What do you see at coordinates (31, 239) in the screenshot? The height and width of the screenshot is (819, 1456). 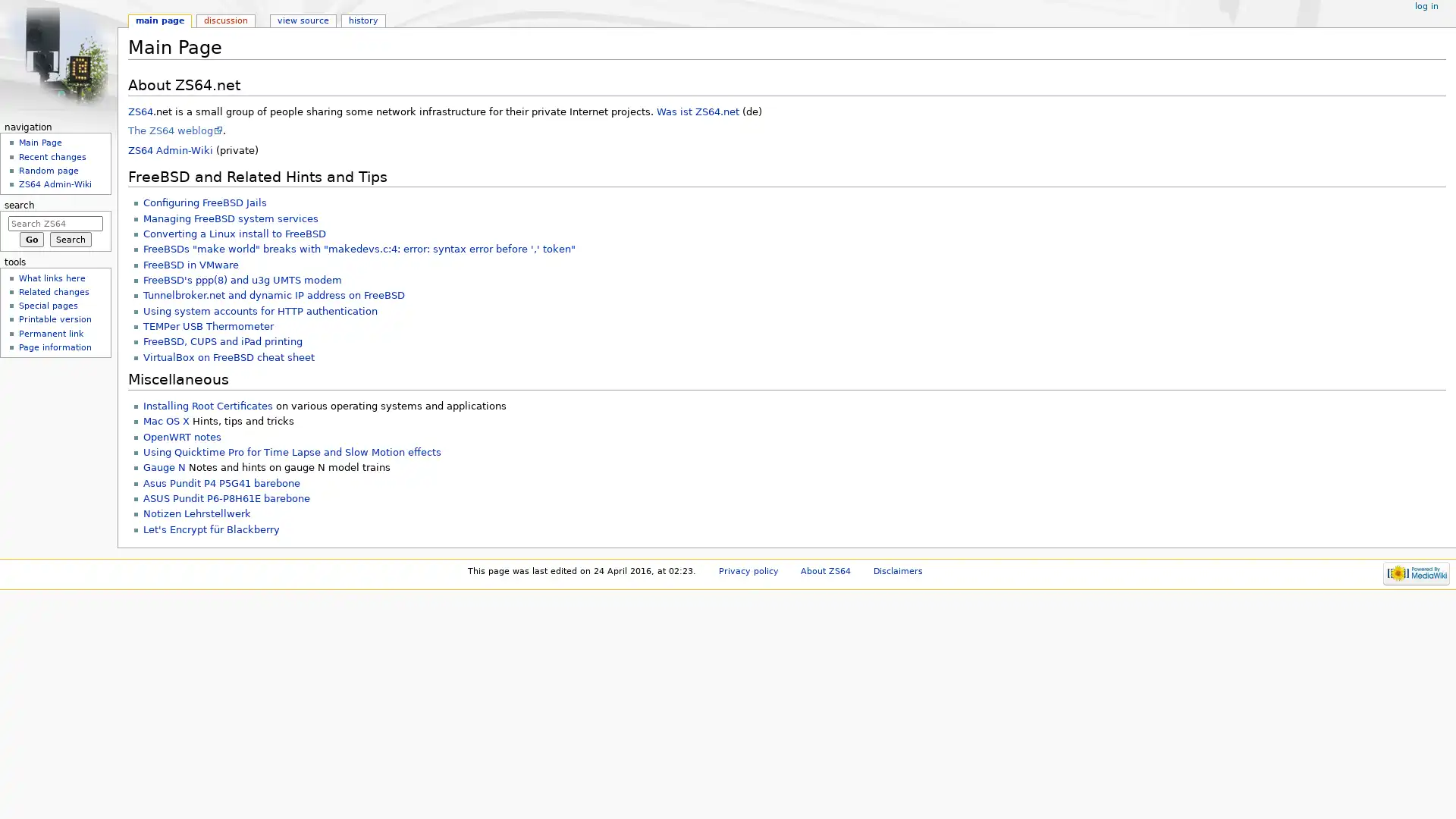 I see `Go` at bounding box center [31, 239].